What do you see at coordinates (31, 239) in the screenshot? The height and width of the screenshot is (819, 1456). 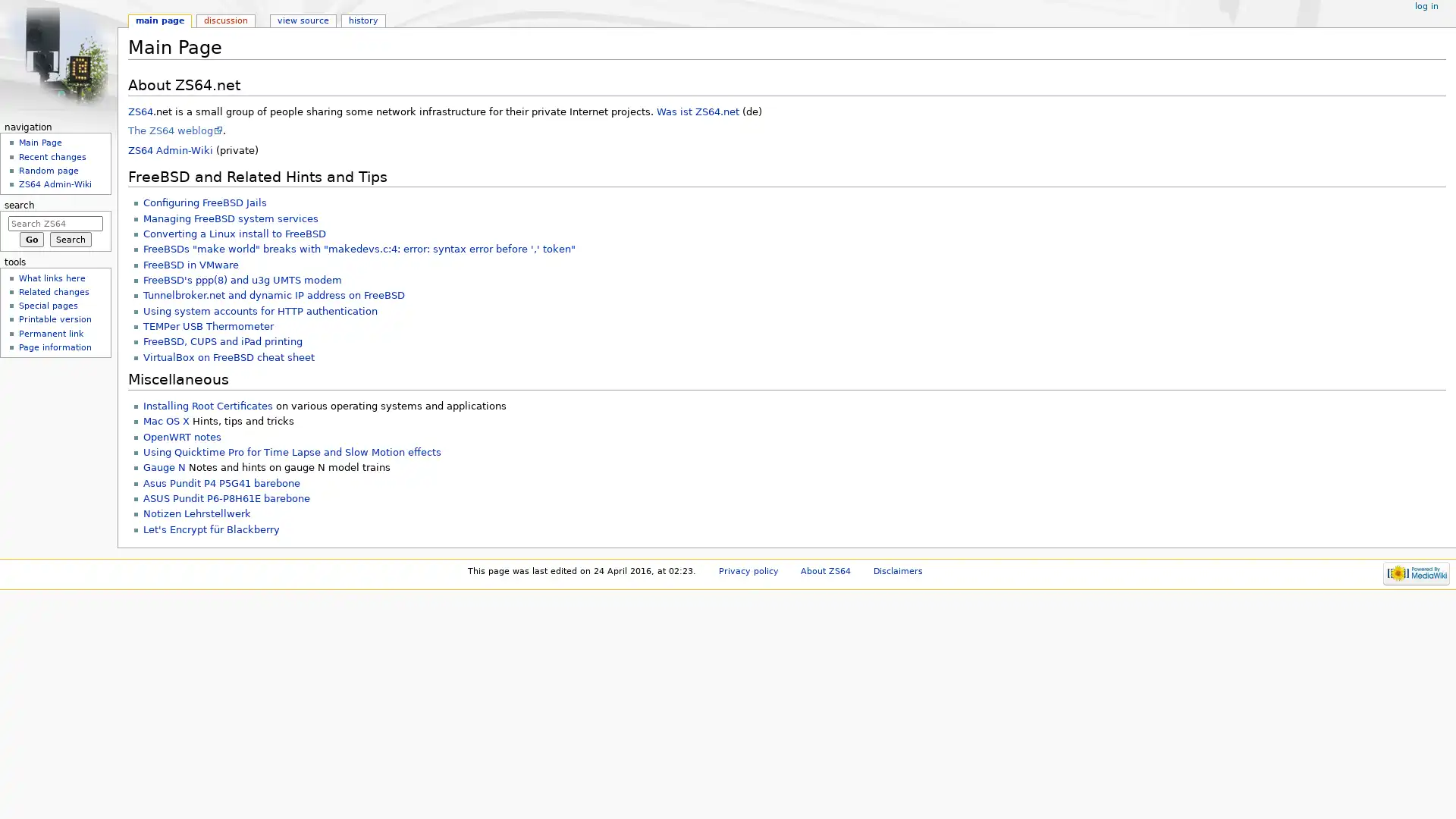 I see `Go` at bounding box center [31, 239].